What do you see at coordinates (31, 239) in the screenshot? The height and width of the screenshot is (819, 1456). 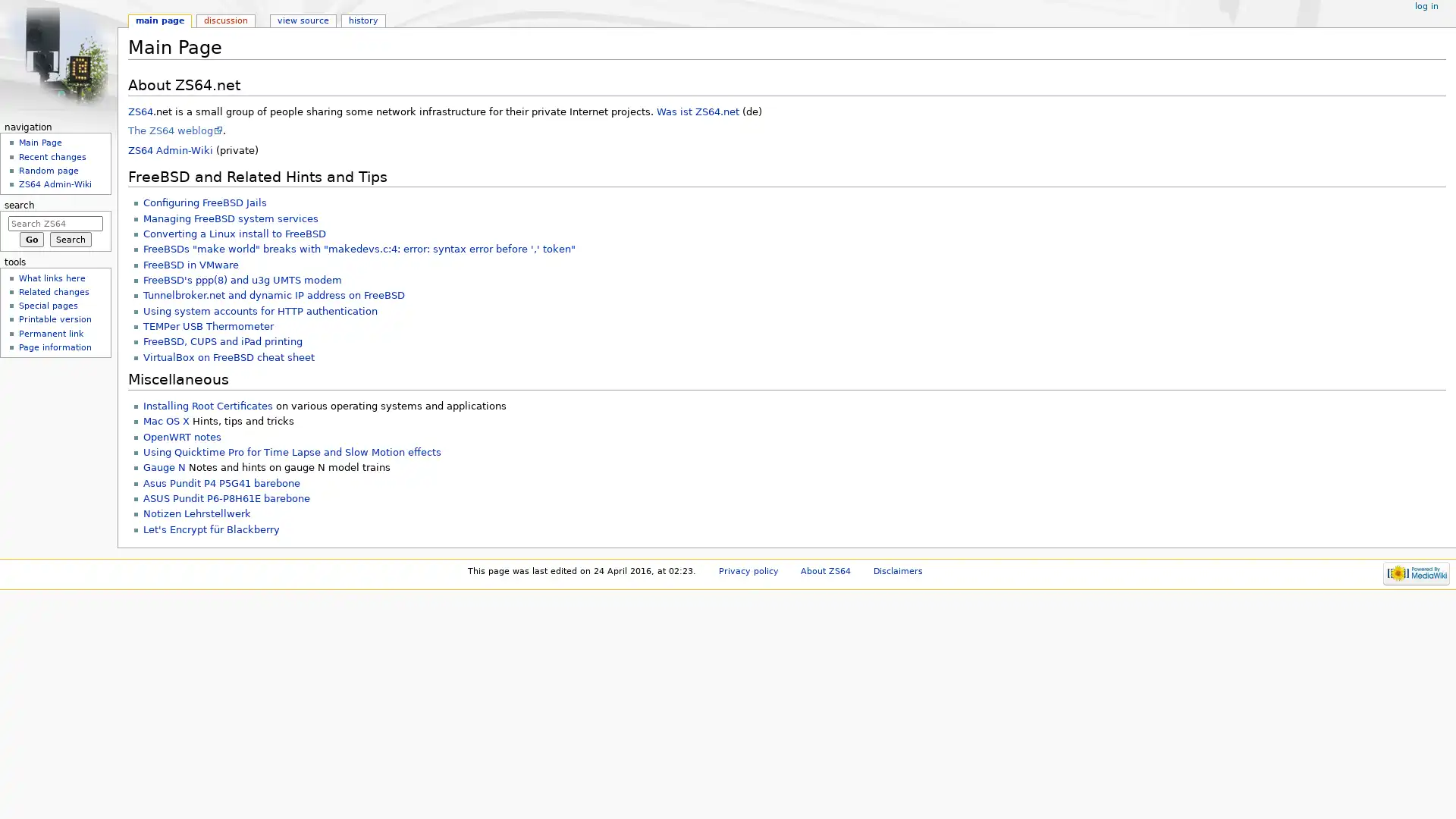 I see `Go` at bounding box center [31, 239].